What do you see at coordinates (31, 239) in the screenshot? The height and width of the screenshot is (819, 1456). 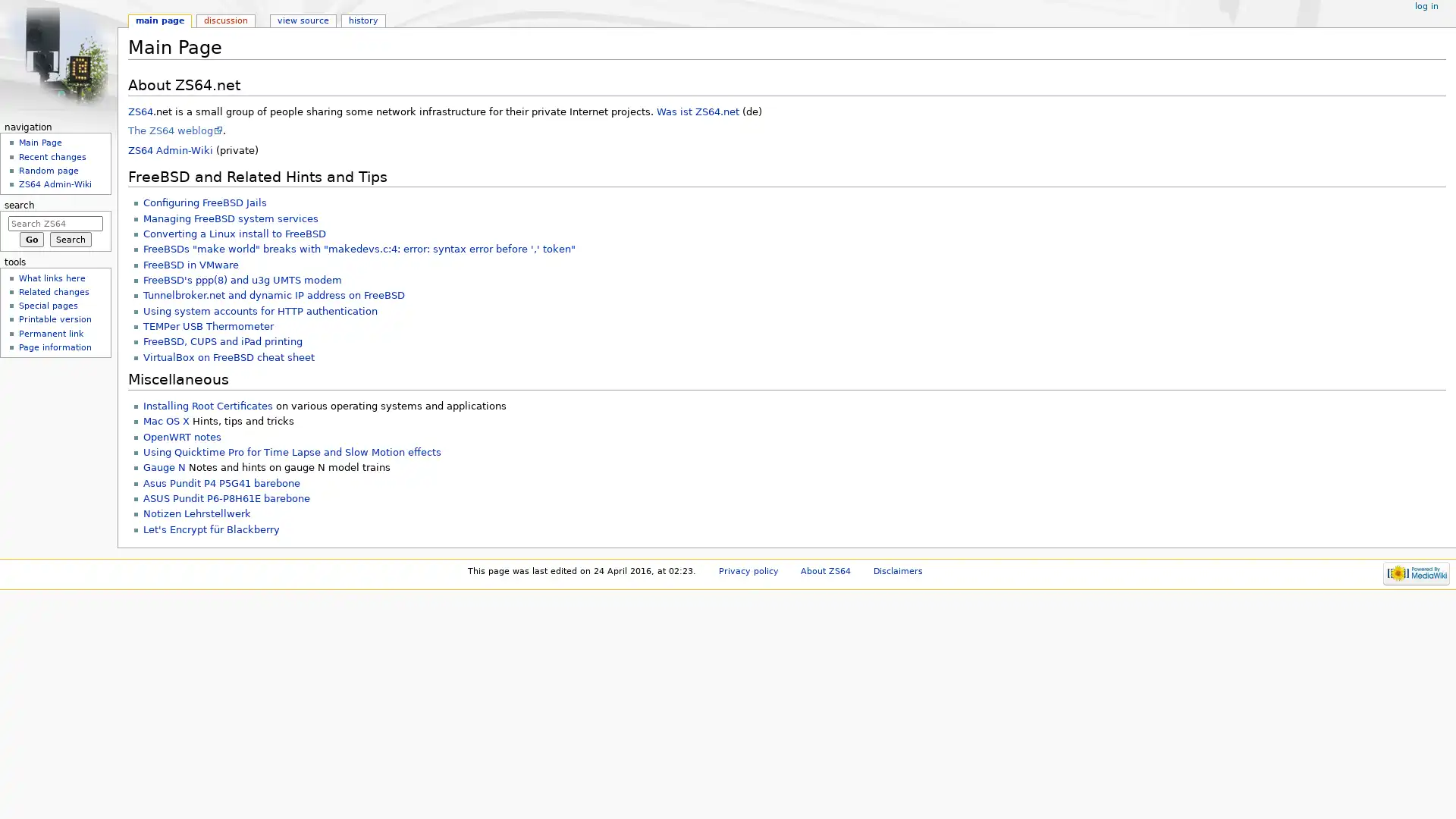 I see `Go` at bounding box center [31, 239].